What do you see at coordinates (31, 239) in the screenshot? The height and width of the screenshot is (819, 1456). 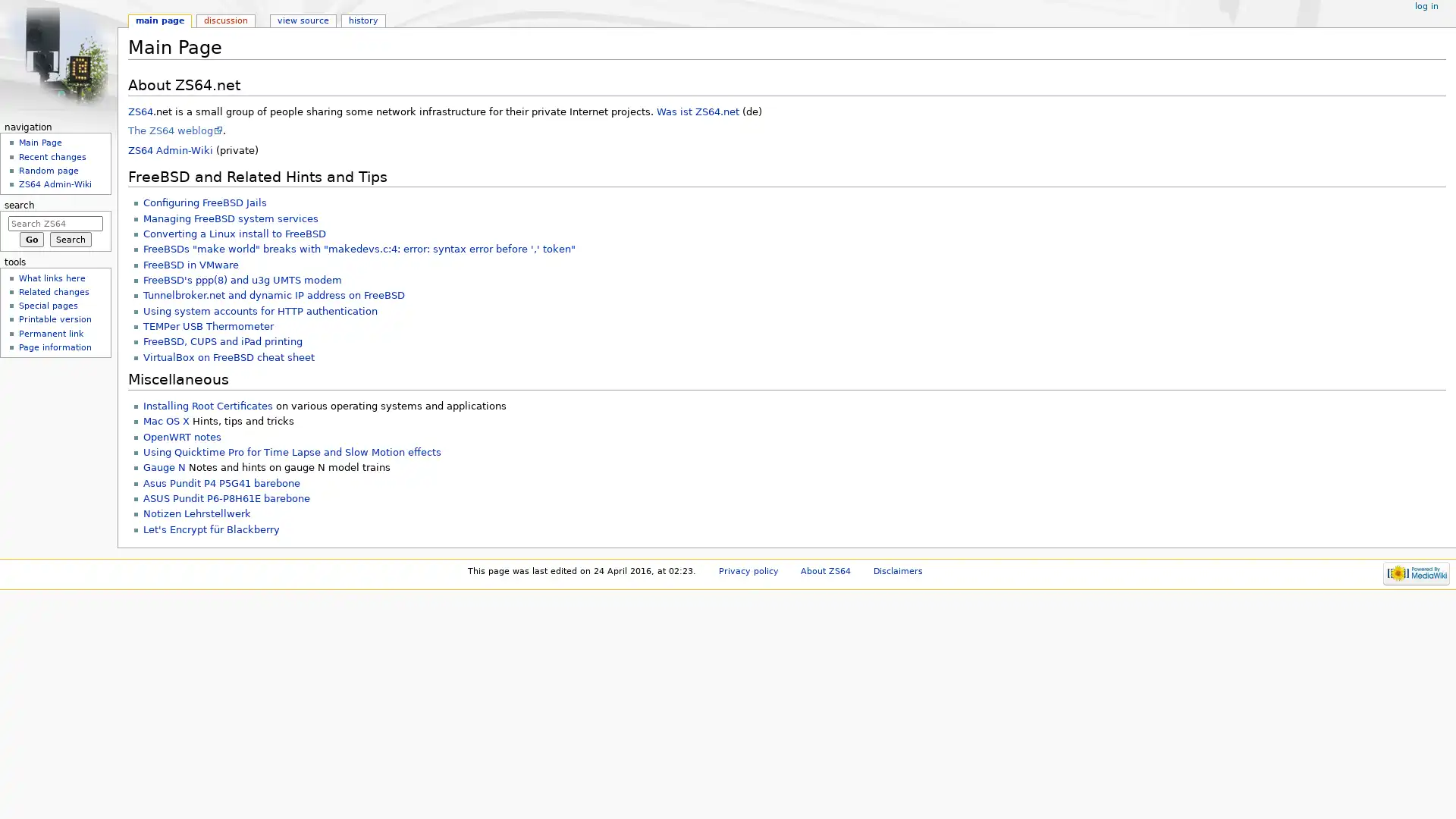 I see `Go` at bounding box center [31, 239].